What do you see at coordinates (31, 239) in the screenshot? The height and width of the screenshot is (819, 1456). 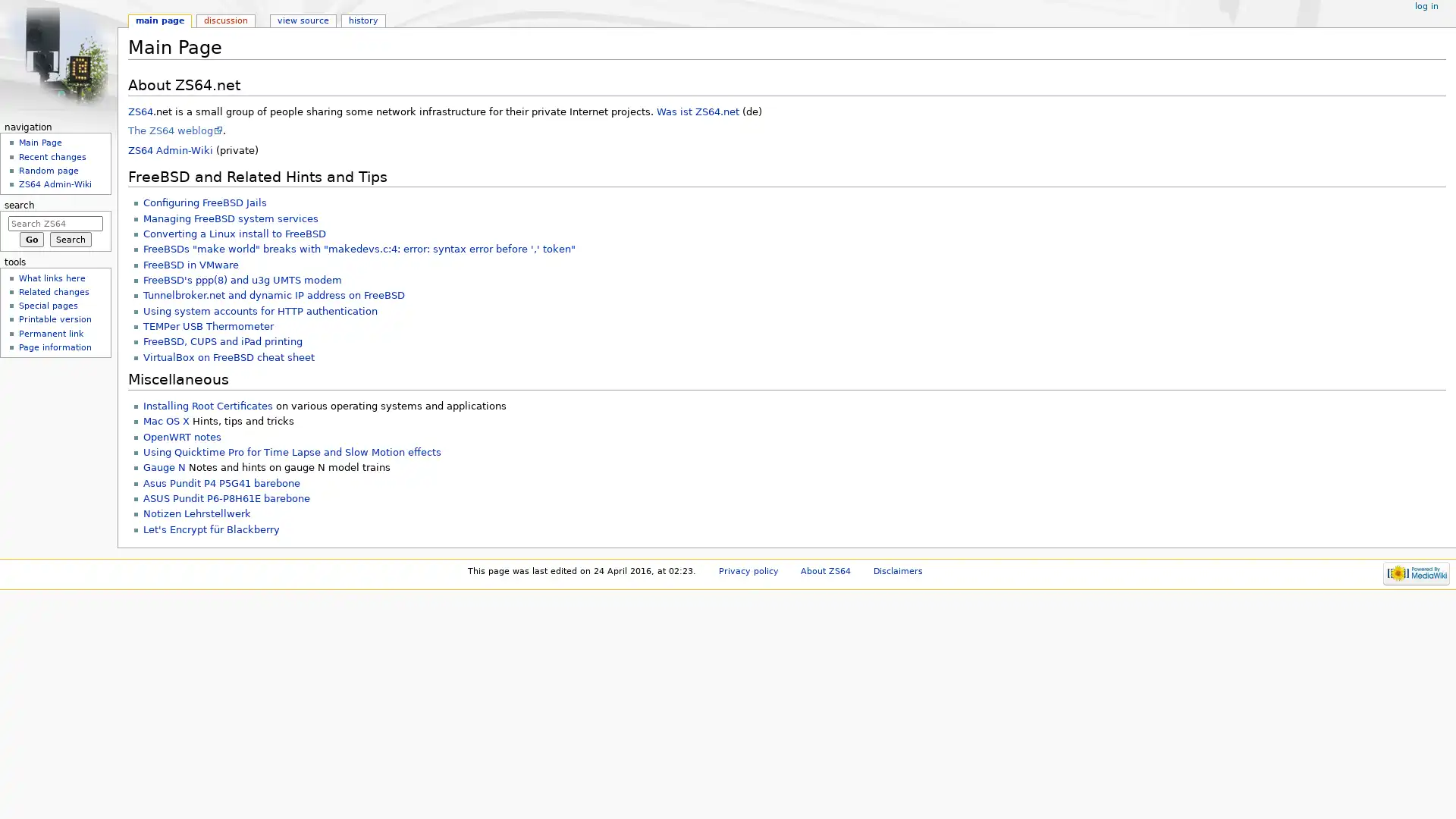 I see `Go` at bounding box center [31, 239].